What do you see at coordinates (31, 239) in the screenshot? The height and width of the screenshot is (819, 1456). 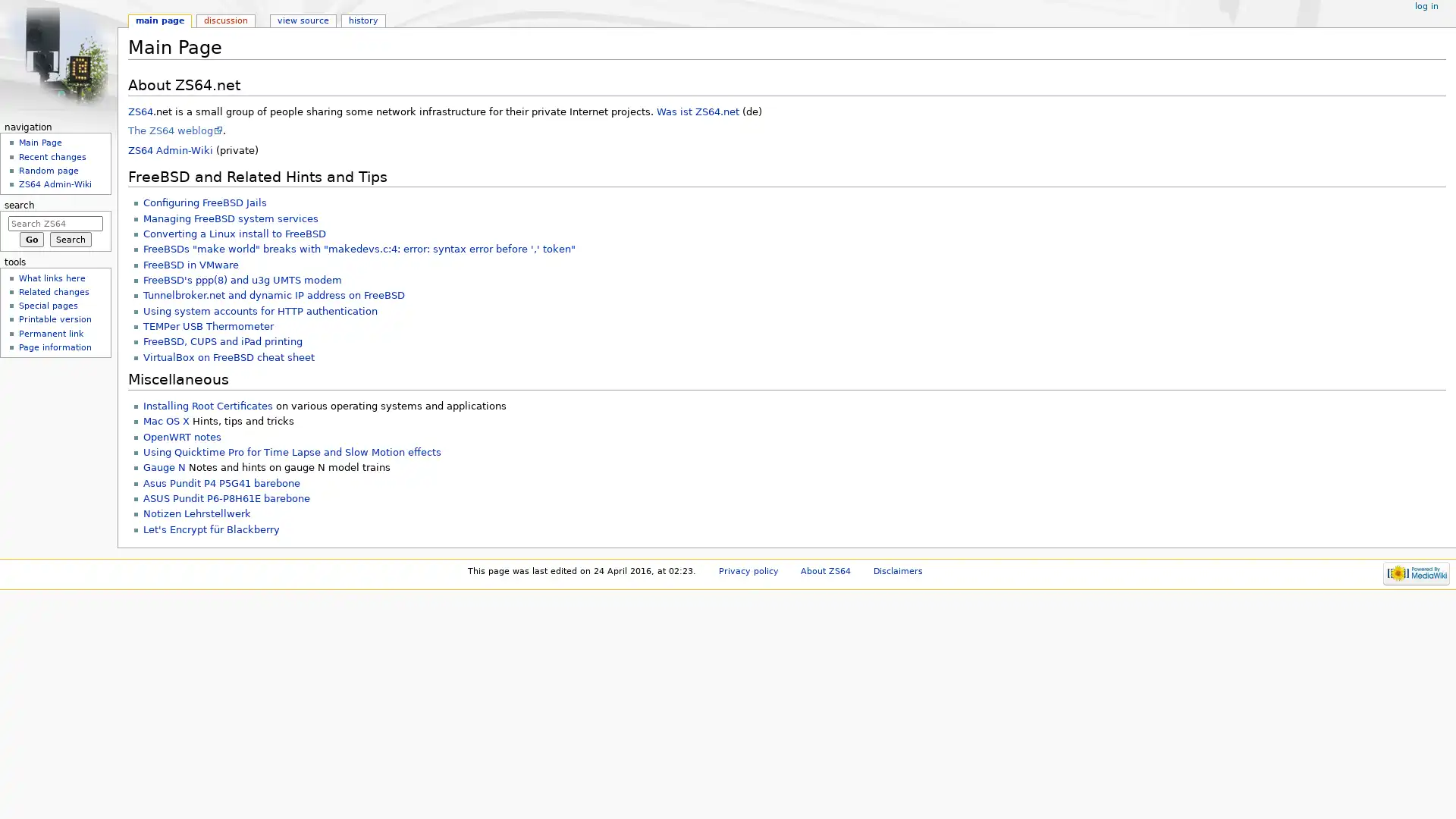 I see `Go` at bounding box center [31, 239].